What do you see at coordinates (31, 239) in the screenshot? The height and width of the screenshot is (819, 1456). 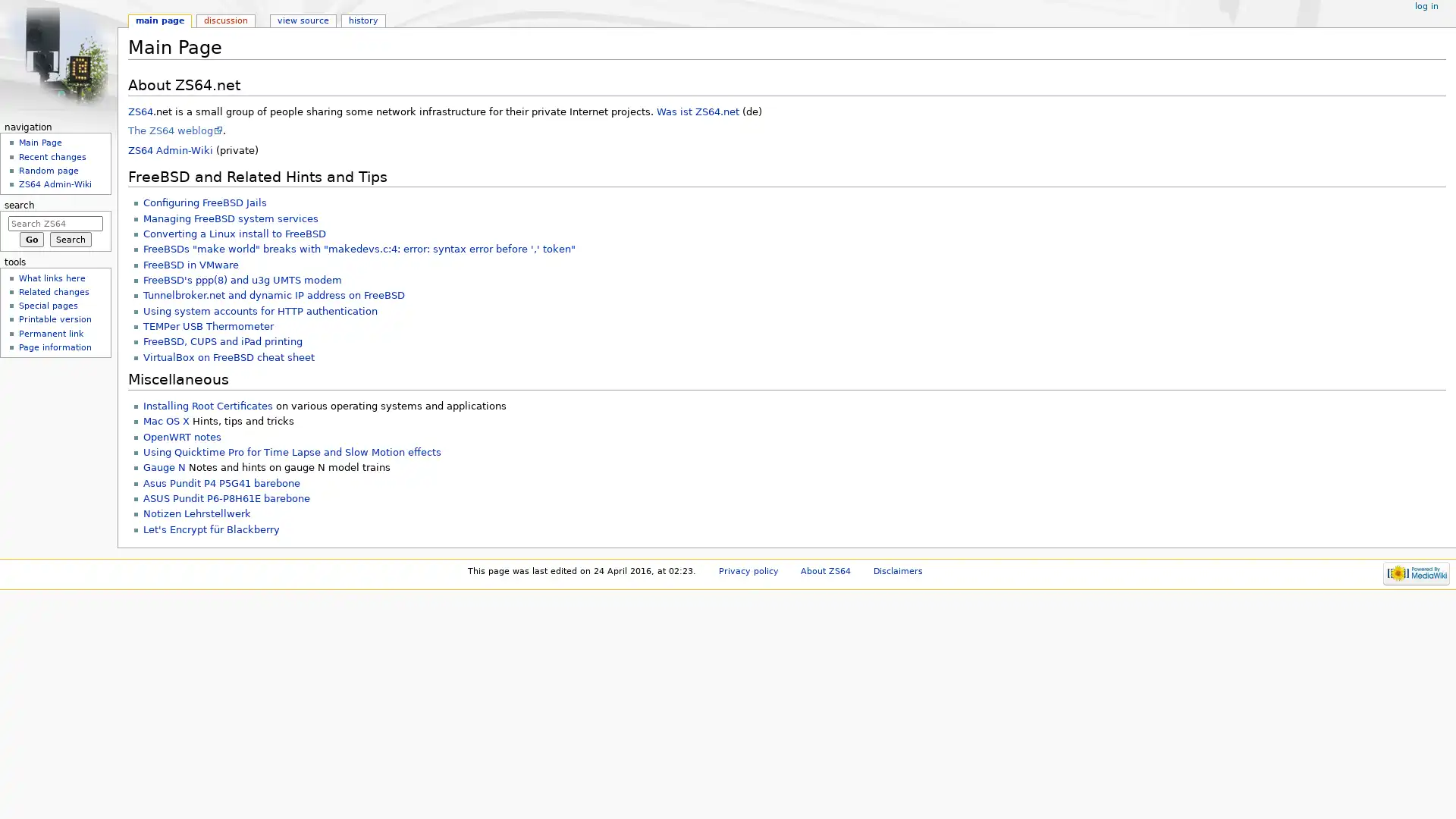 I see `Go` at bounding box center [31, 239].